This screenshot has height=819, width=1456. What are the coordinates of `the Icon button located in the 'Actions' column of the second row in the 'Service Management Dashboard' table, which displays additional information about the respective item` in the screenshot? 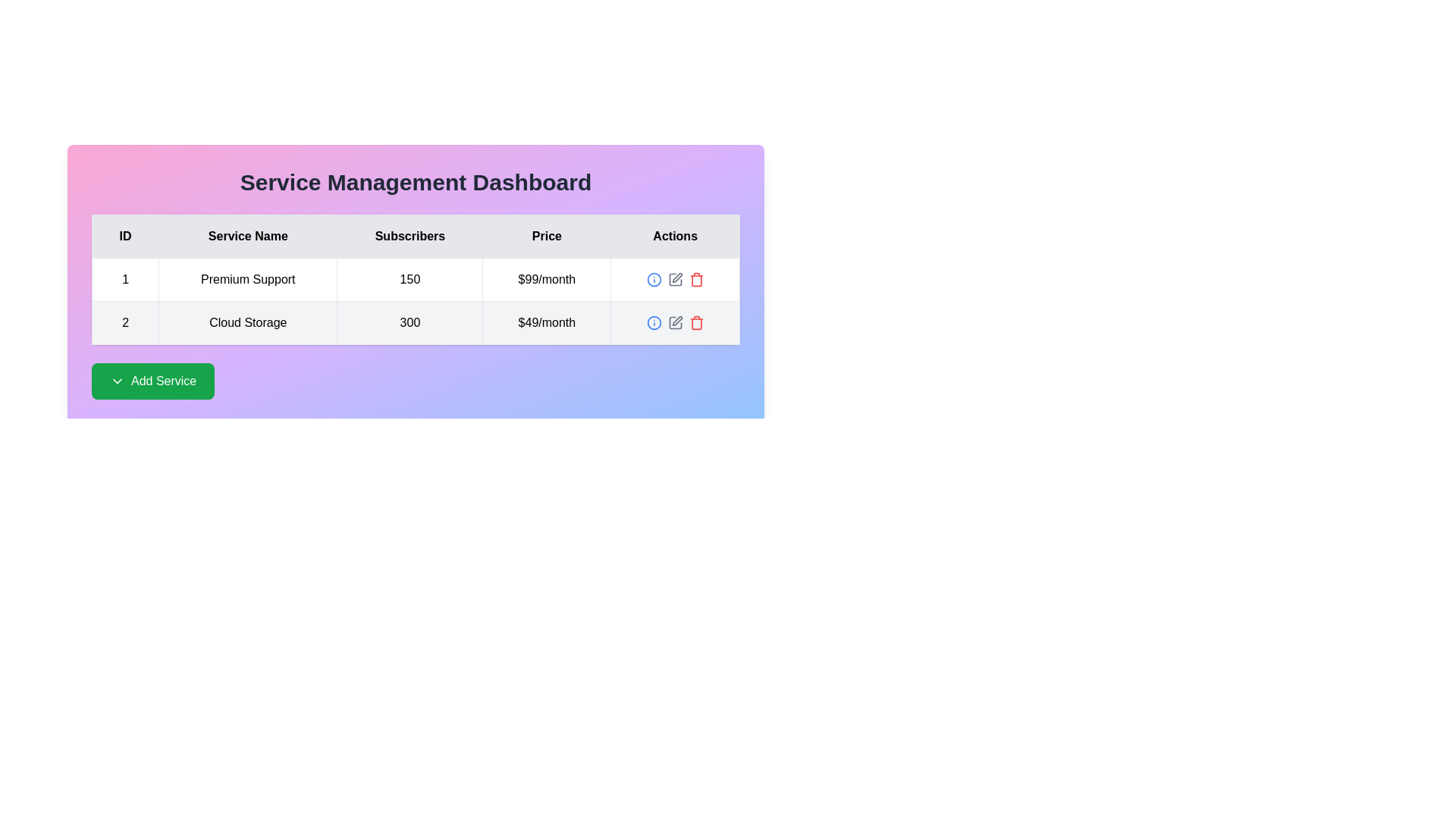 It's located at (654, 280).